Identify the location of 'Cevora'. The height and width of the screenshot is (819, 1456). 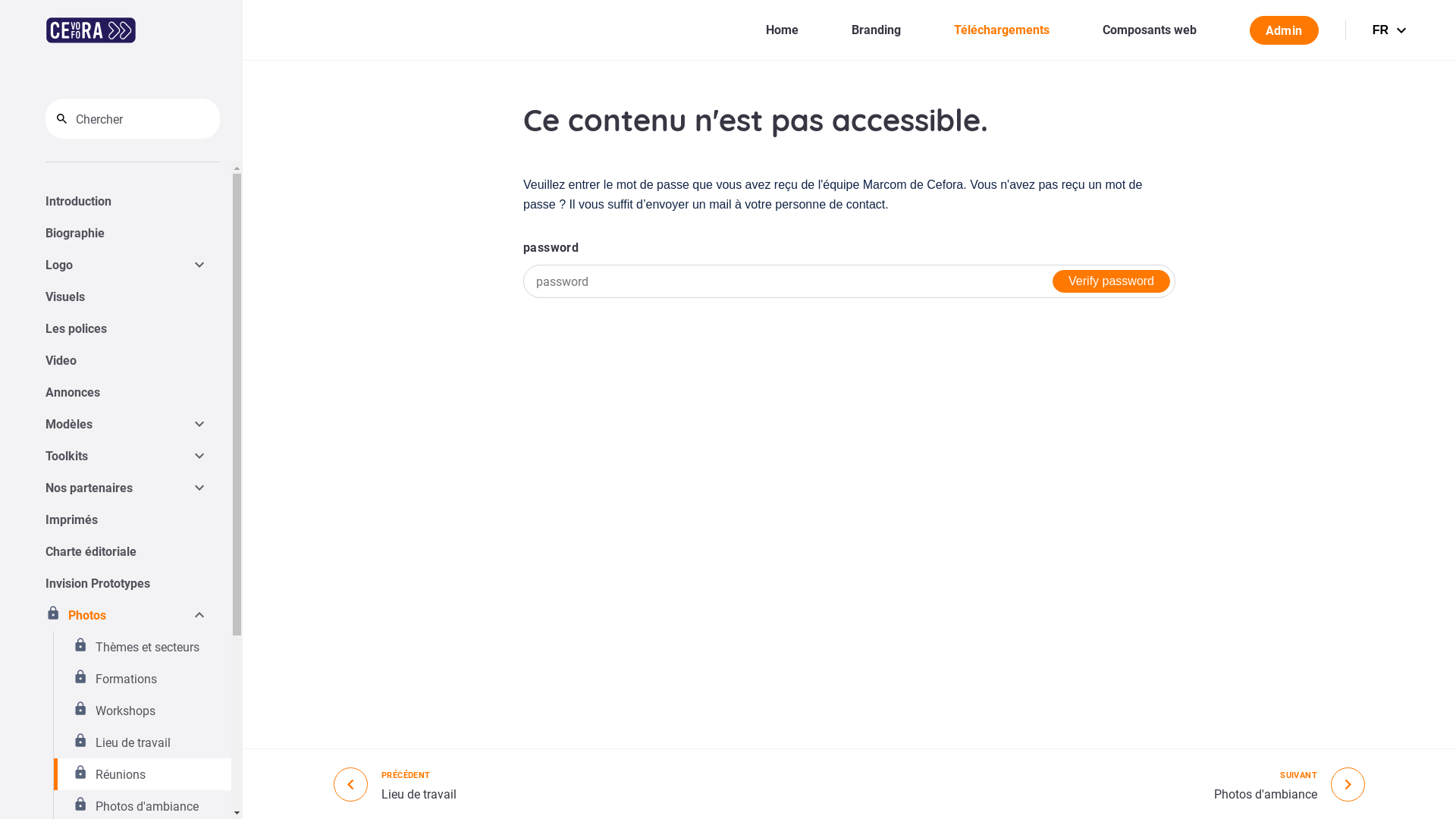
(45, 30).